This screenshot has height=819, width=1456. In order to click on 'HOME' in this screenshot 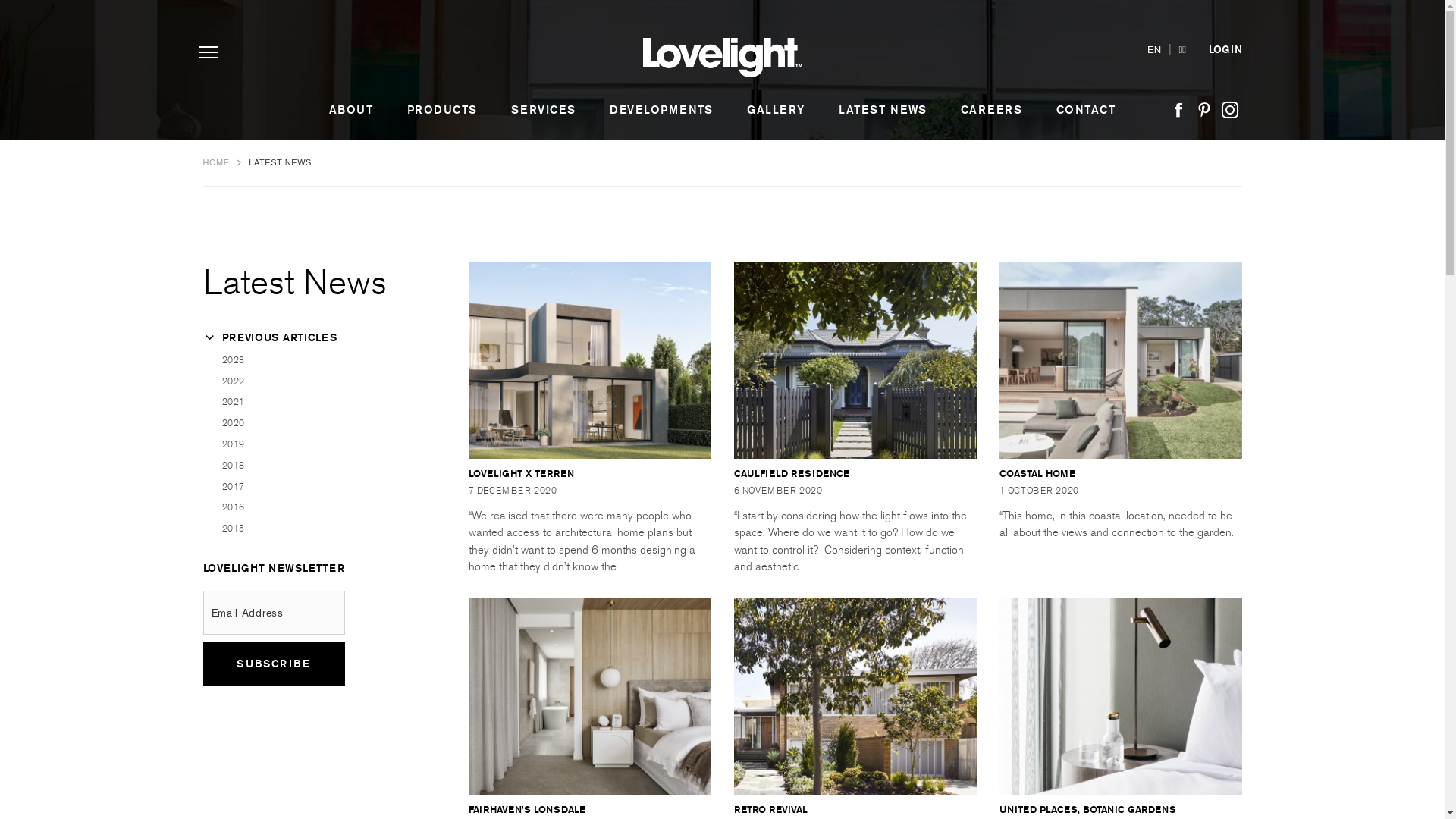, I will do `click(217, 162)`.